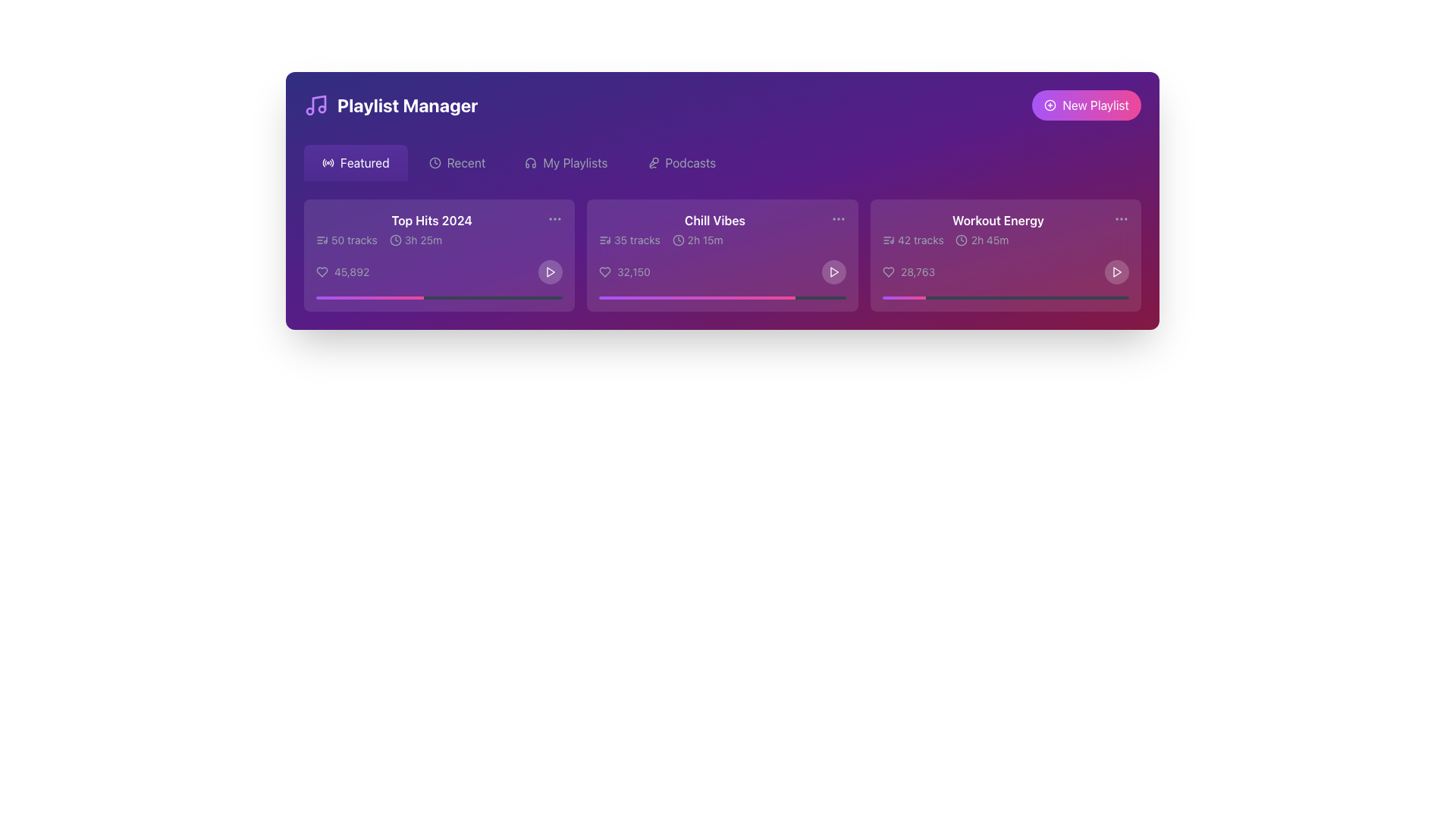 The width and height of the screenshot is (1456, 819). What do you see at coordinates (604, 271) in the screenshot?
I see `the heart-shaped icon located to the left of the text '32,150' within the 'Chill Vibes' playlist card for keyboard navigation` at bounding box center [604, 271].